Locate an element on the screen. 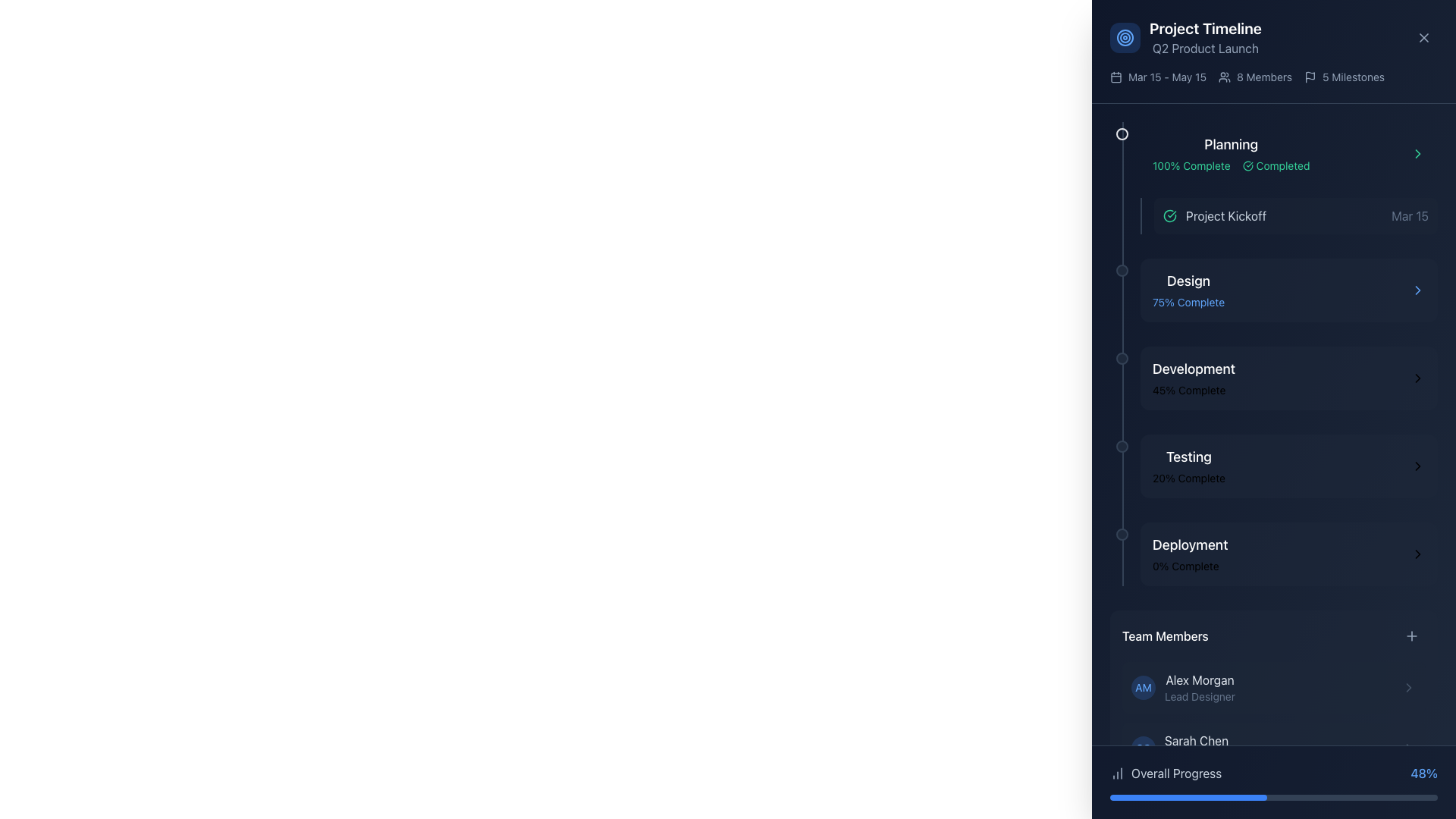  the status indicator icon that indicates the completion of the 'Project Kickoff' task, located to the left of the text in the Planning section timeline is located at coordinates (1169, 216).